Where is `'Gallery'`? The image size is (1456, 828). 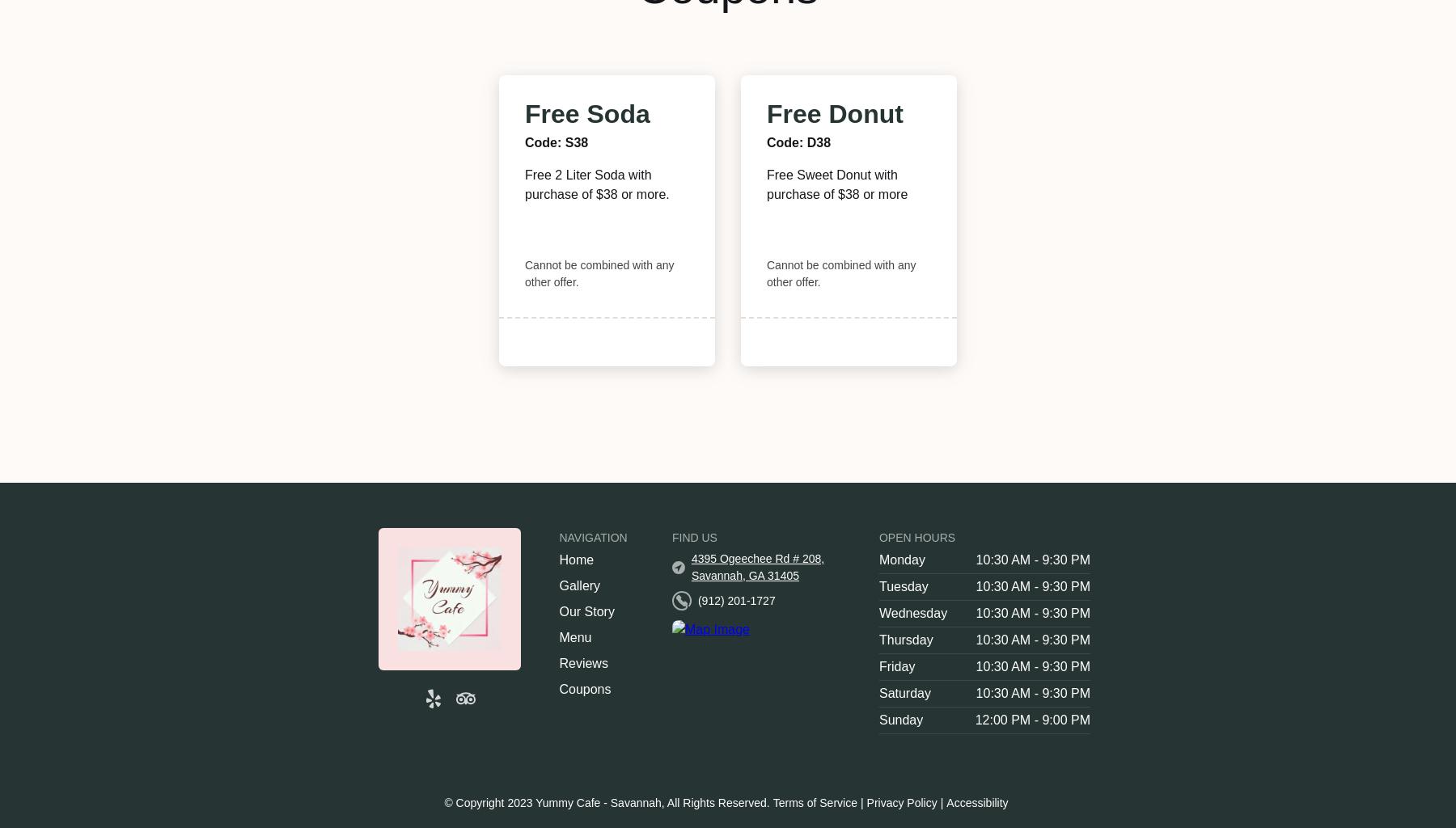
'Gallery' is located at coordinates (578, 585).